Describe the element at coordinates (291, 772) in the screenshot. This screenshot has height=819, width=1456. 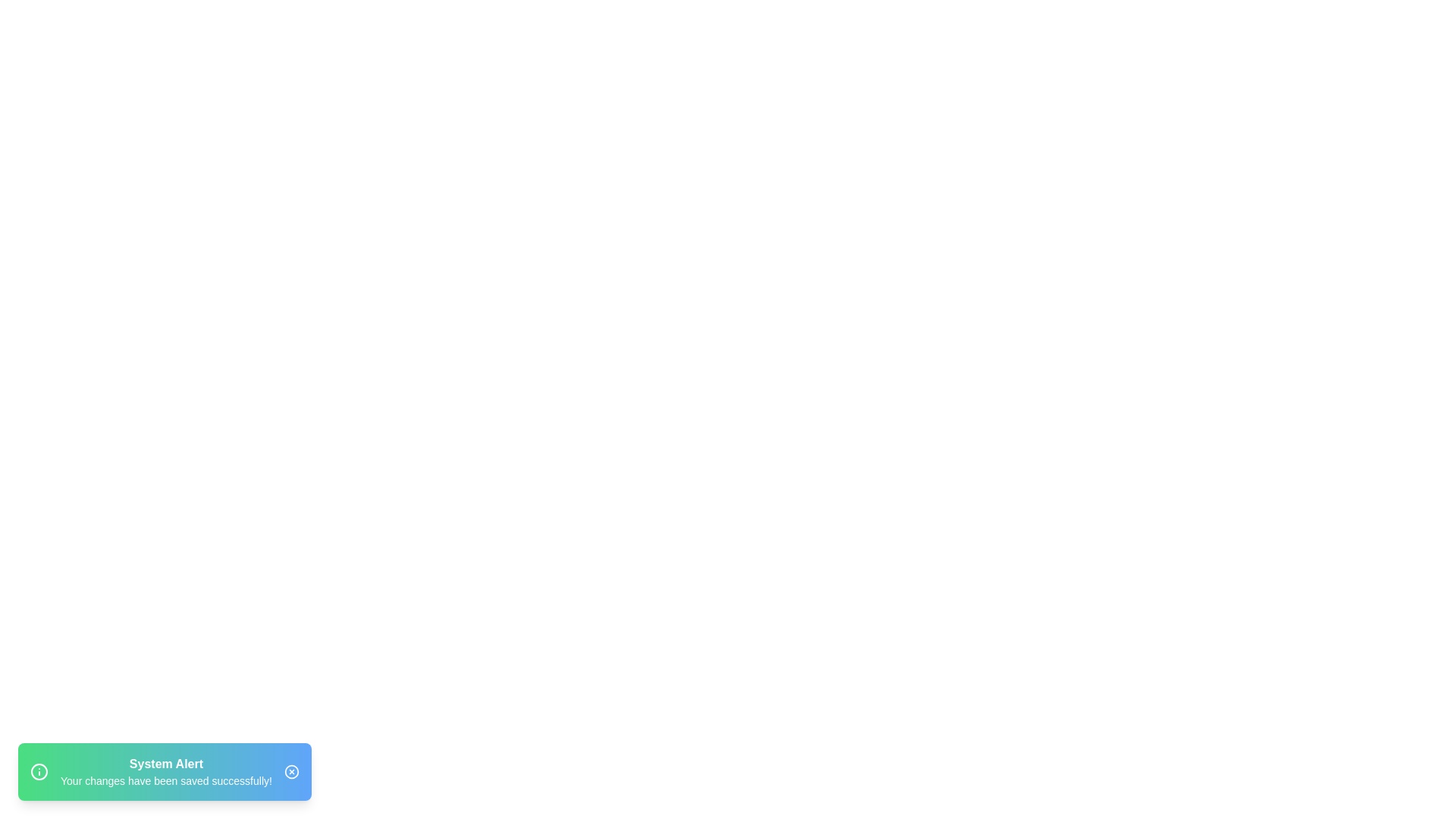
I see `the close button to dismiss the notification` at that location.